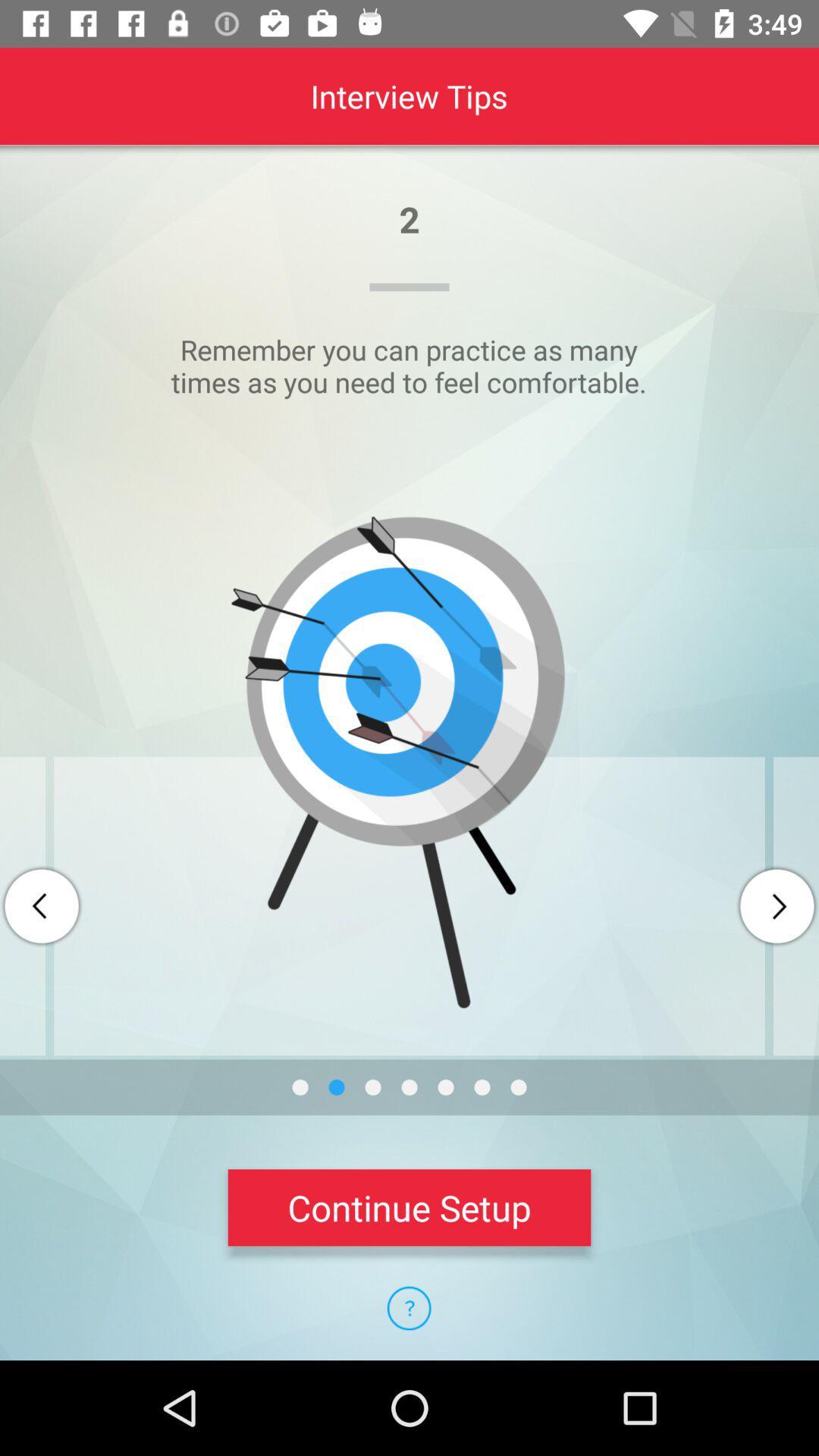 The height and width of the screenshot is (1456, 819). What do you see at coordinates (777, 906) in the screenshot?
I see `the arrow_forward icon` at bounding box center [777, 906].